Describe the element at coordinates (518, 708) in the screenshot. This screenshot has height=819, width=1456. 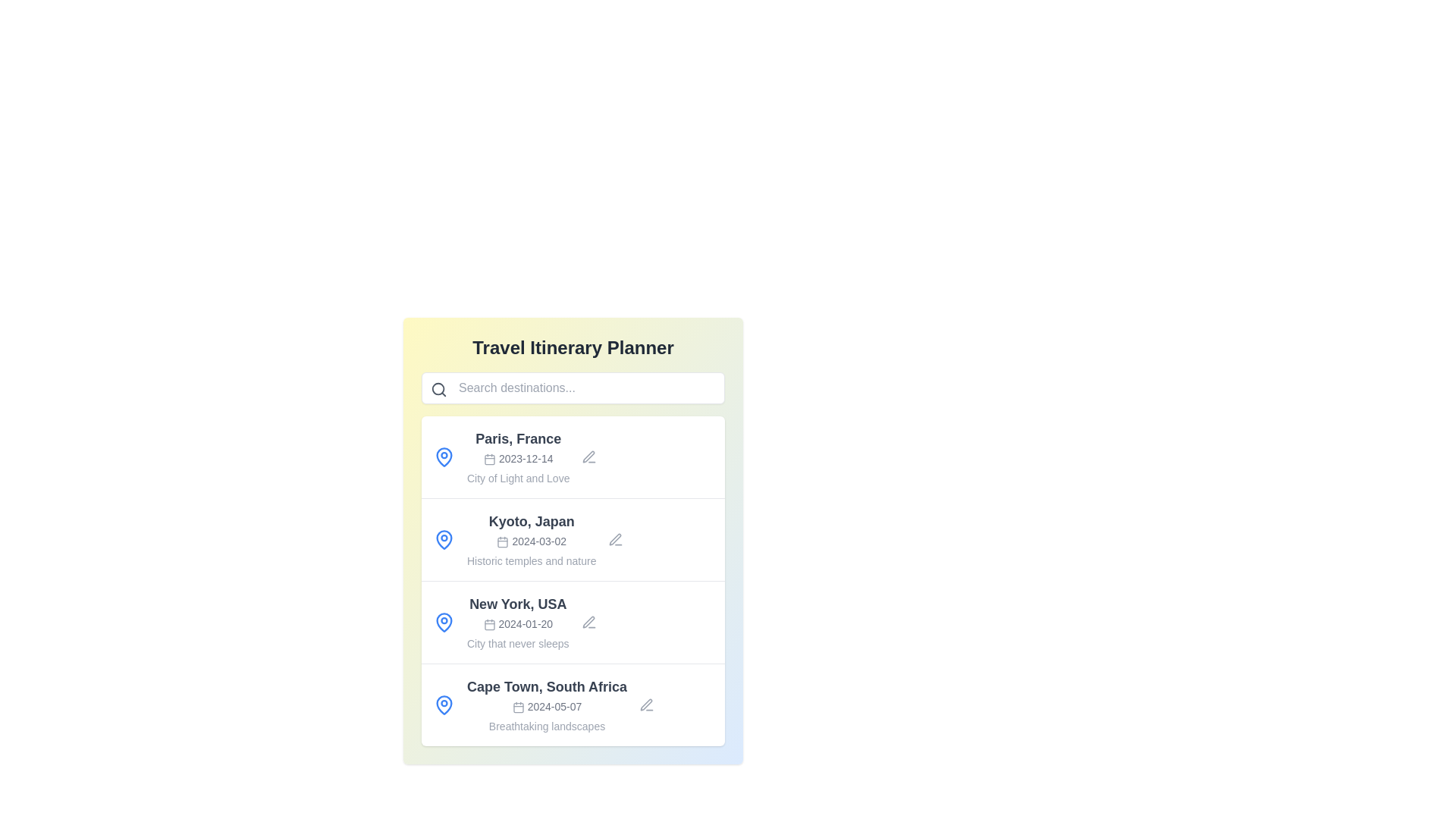
I see `the graphical shape element that visually represents the date aspect of the planner's calendar icon, located to the left of the date text '2024-05-07' under the entry for 'Cape Town, South Africa'` at that location.